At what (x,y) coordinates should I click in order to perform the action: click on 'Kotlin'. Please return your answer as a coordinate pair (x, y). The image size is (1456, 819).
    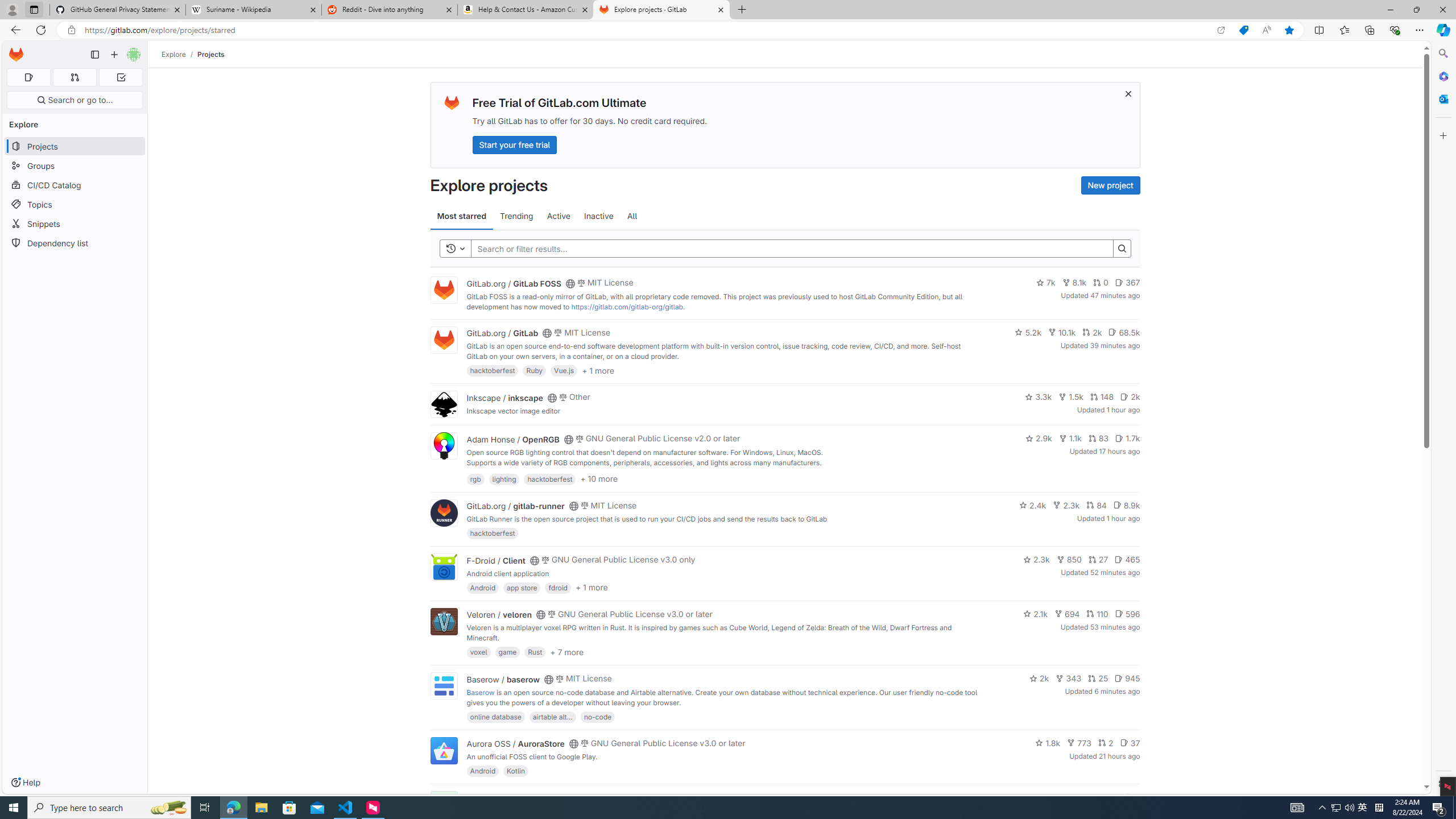
    Looking at the image, I should click on (515, 771).